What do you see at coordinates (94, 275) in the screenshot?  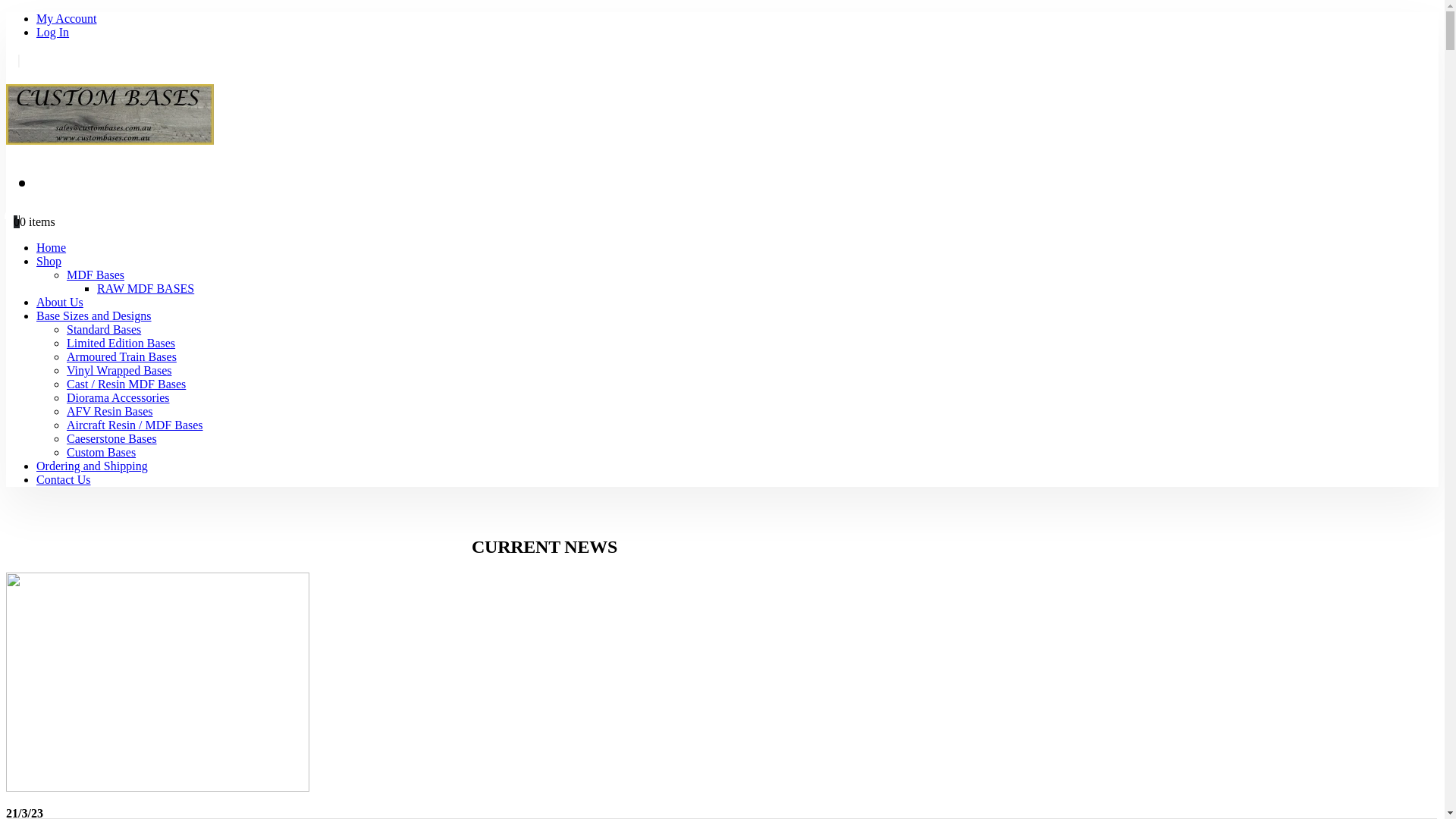 I see `'MDF Bases'` at bounding box center [94, 275].